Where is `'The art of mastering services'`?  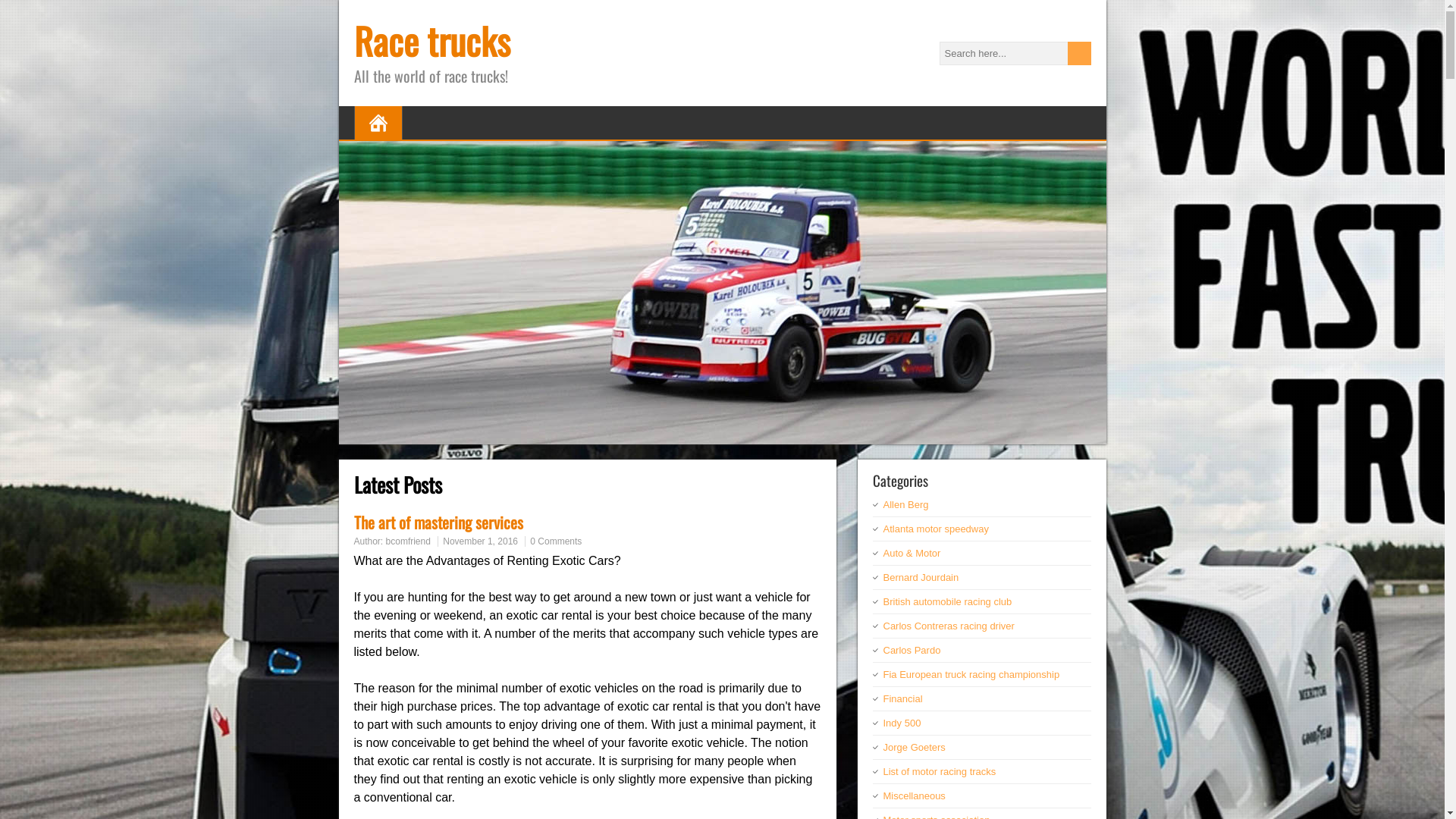 'The art of mastering services' is located at coordinates (437, 521).